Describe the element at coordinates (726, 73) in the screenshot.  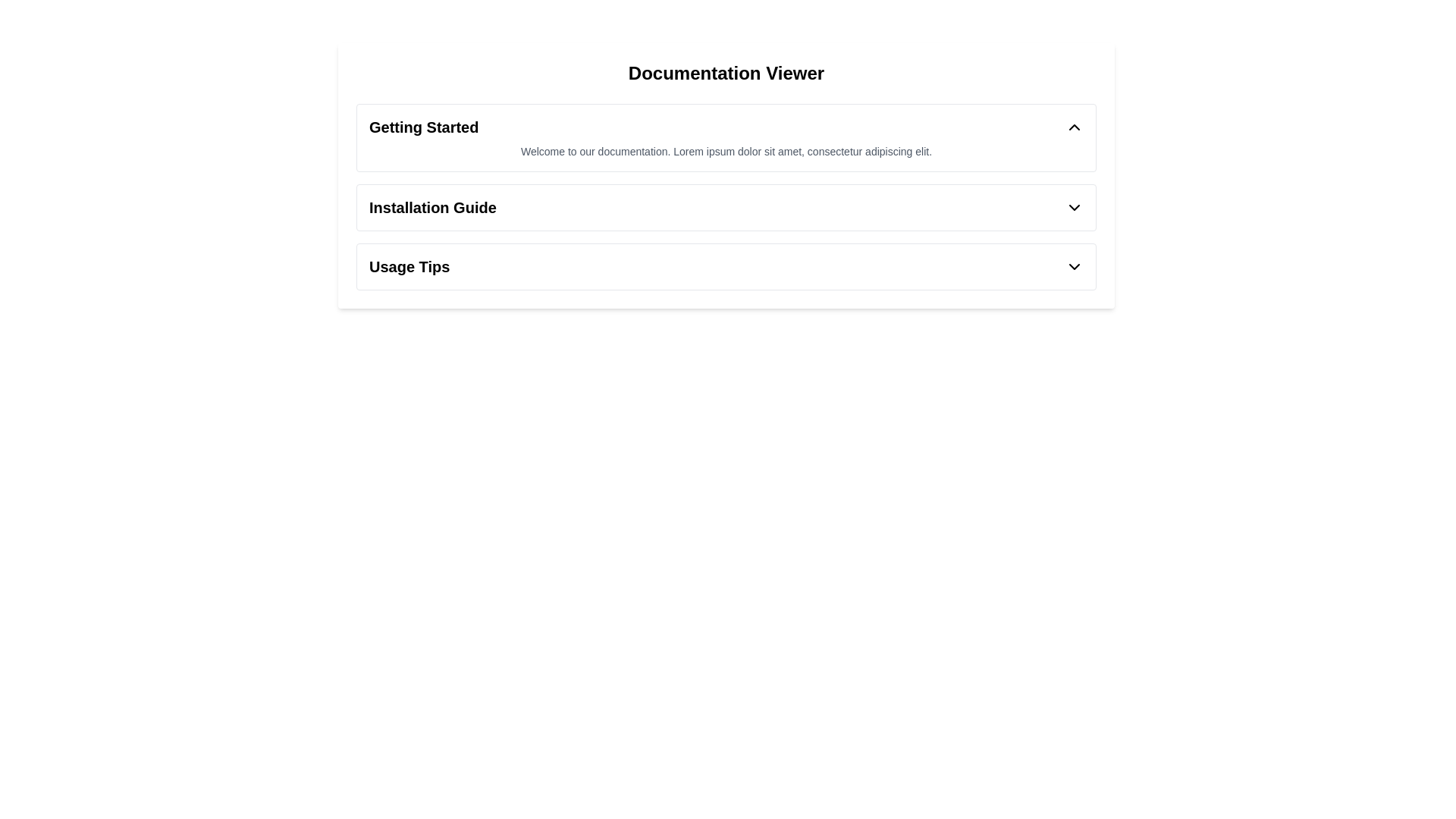
I see `text of the Header element which serves as the title for the documentation viewer, positioned centrally at the top of the interface` at that location.